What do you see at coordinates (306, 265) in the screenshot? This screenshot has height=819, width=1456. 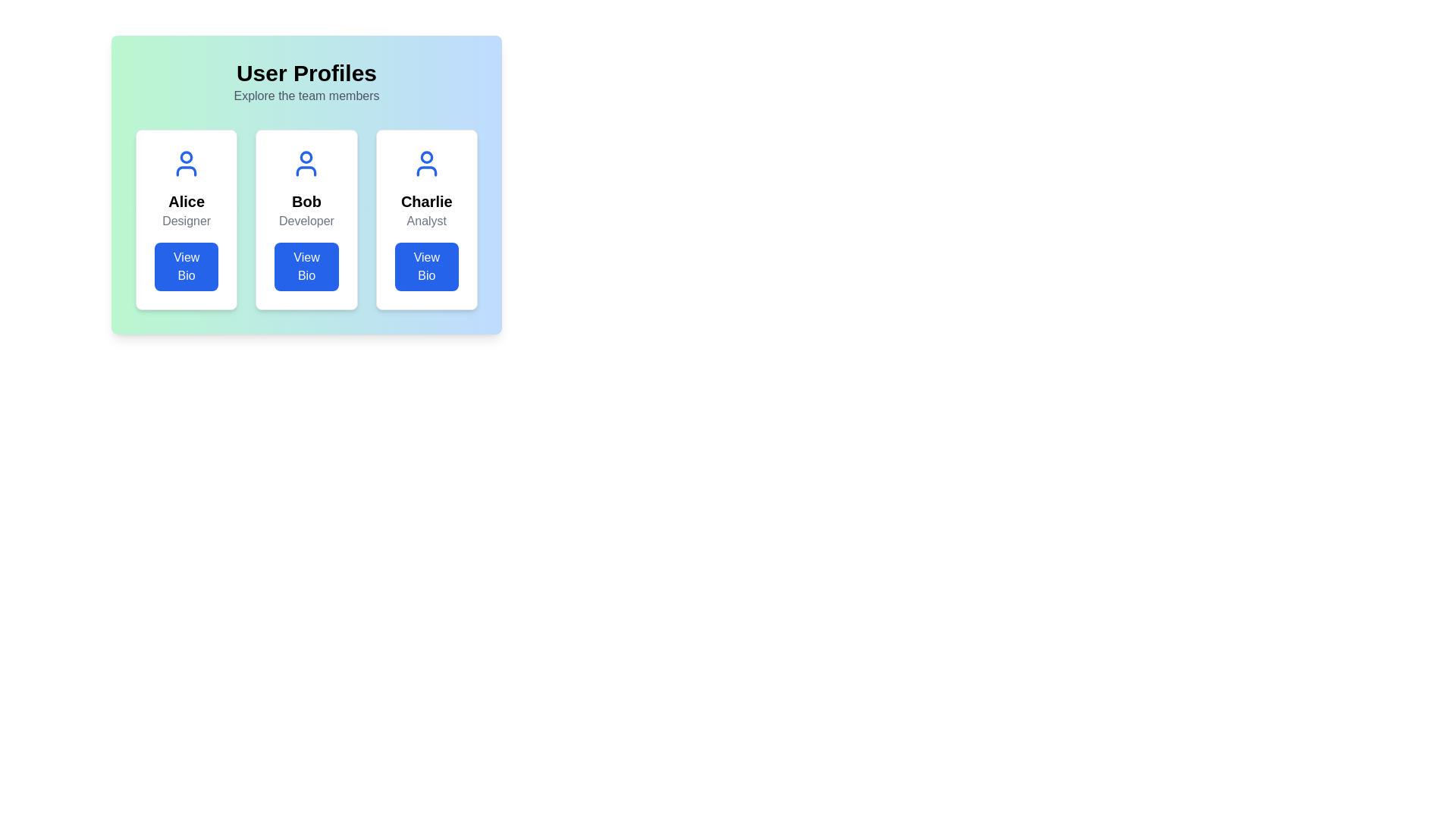 I see `the blue 'View Bio' button with rounded corners located at the bottom of Bob's card to change its appearance` at bounding box center [306, 265].